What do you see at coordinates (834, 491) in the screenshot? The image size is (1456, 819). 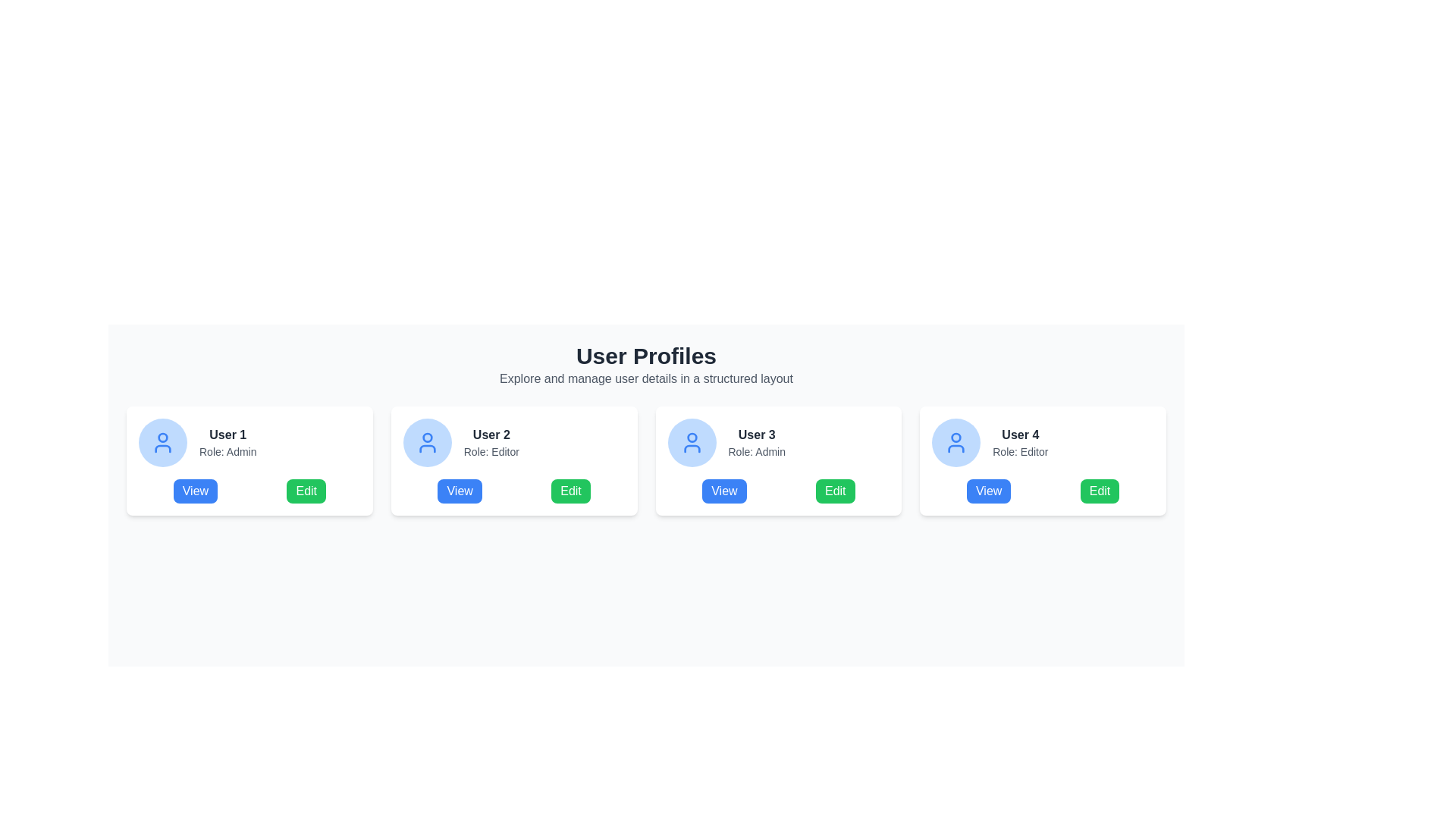 I see `the green 'Edit' button with white text located at the bottom right of the 'User 3' card` at bounding box center [834, 491].